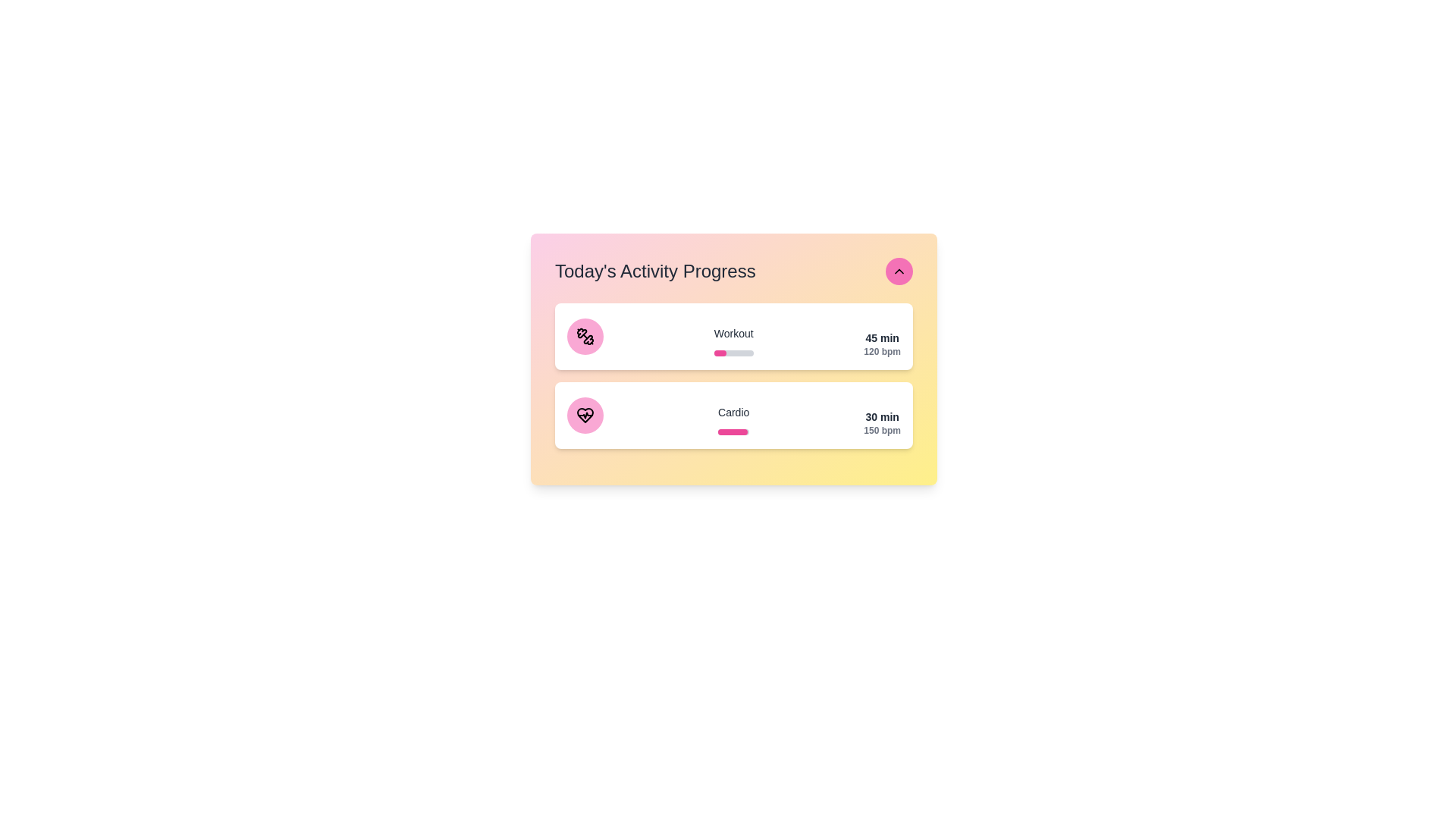 The height and width of the screenshot is (819, 1456). I want to click on the heart rate indicator text label that displays beats per minute, located below the '45 min' text in the workout activity summary, so click(882, 351).